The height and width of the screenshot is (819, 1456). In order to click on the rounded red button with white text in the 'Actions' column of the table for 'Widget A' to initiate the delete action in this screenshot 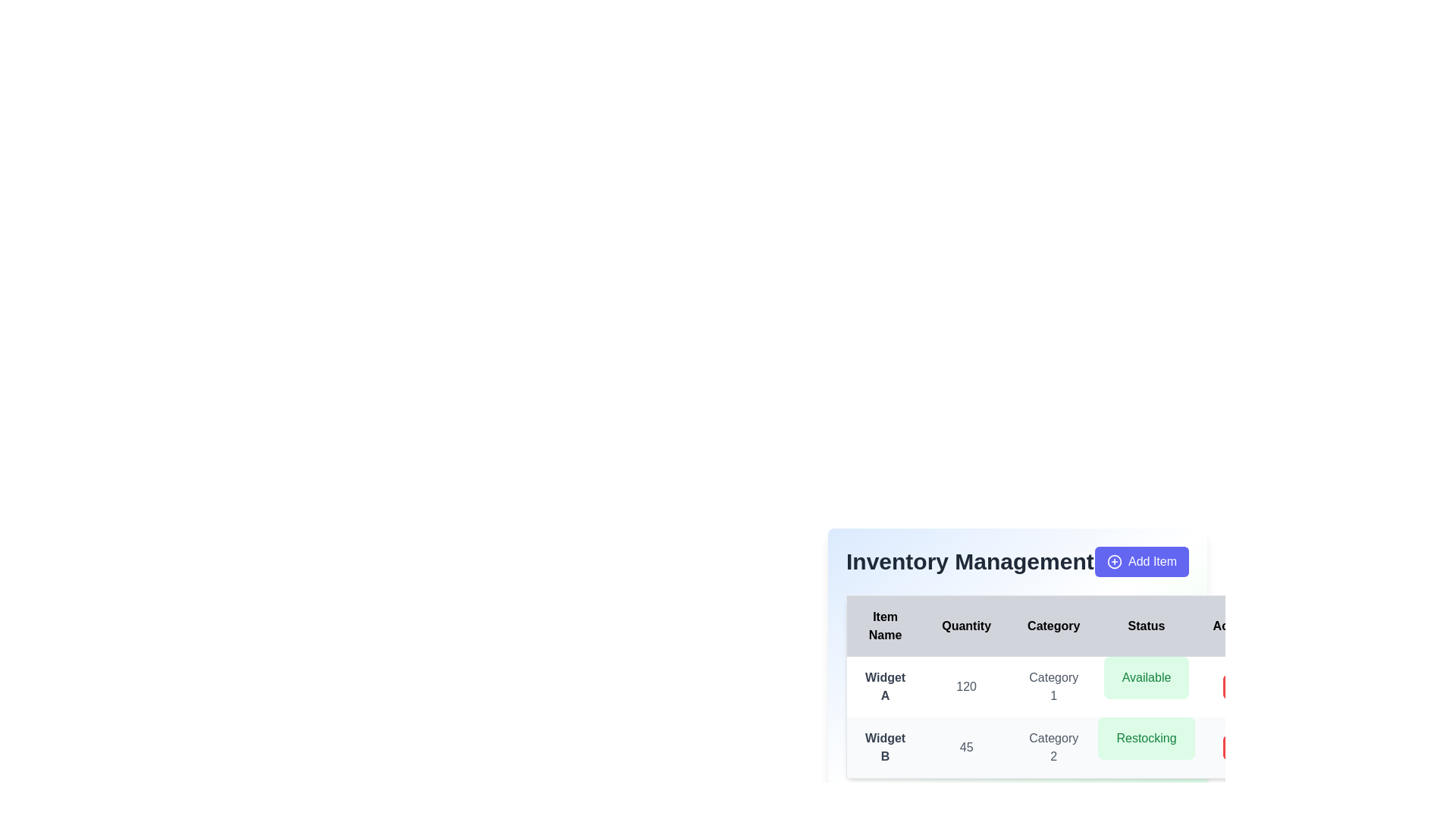, I will do `click(1235, 687)`.